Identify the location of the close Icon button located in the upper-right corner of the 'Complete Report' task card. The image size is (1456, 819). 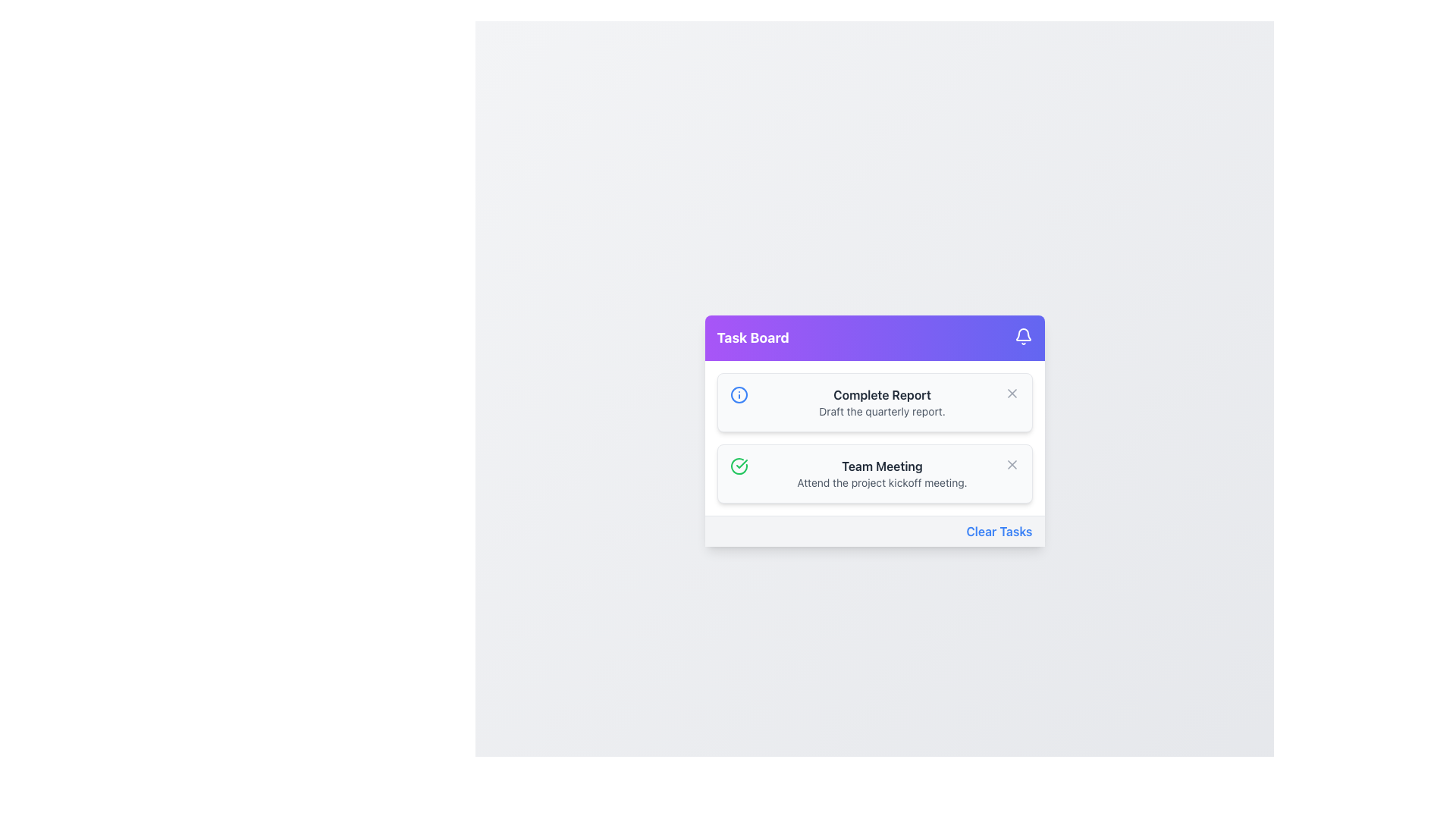
(1012, 392).